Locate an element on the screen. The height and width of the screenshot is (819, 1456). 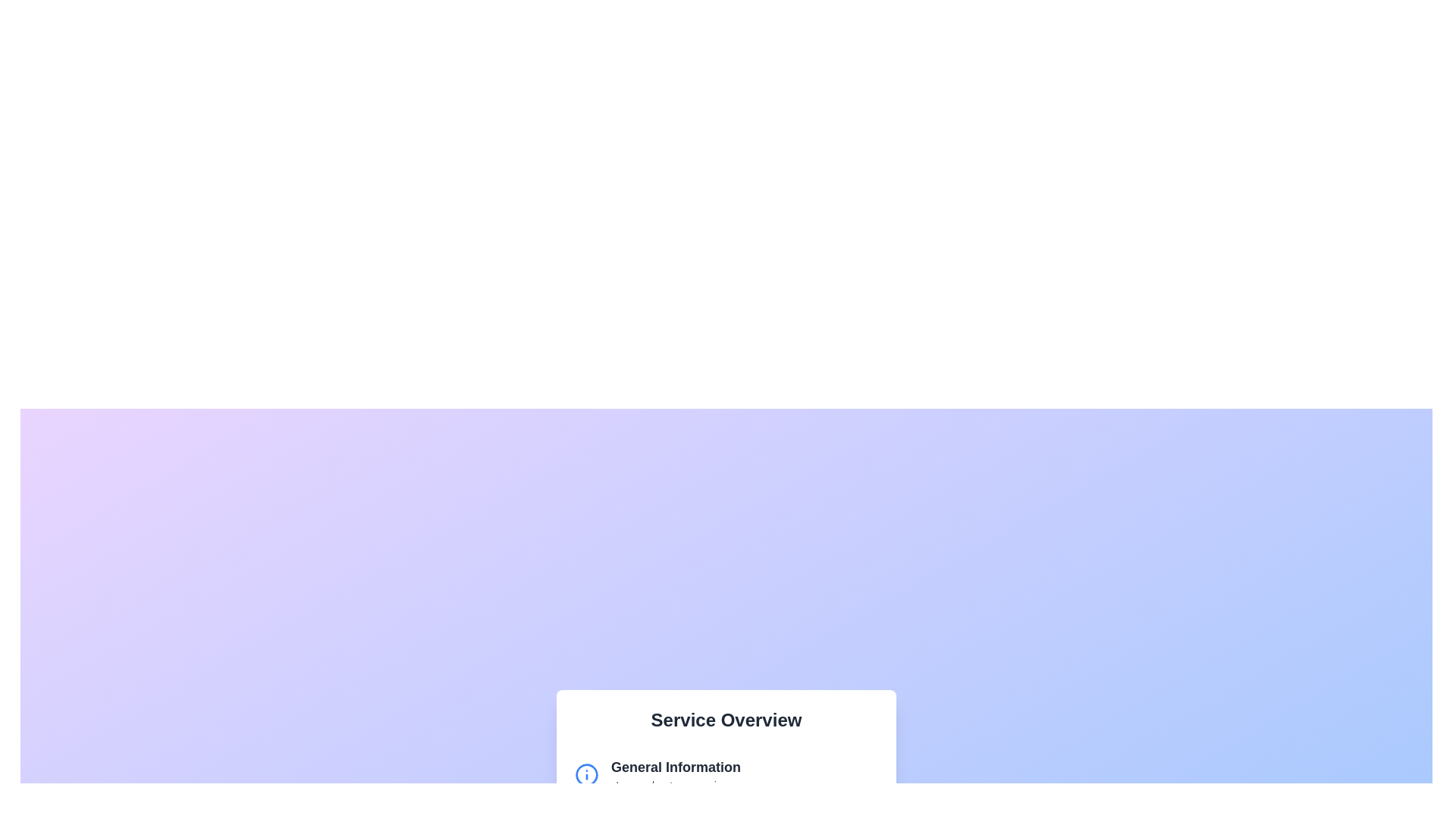
the 'General Information' section is located at coordinates (726, 775).